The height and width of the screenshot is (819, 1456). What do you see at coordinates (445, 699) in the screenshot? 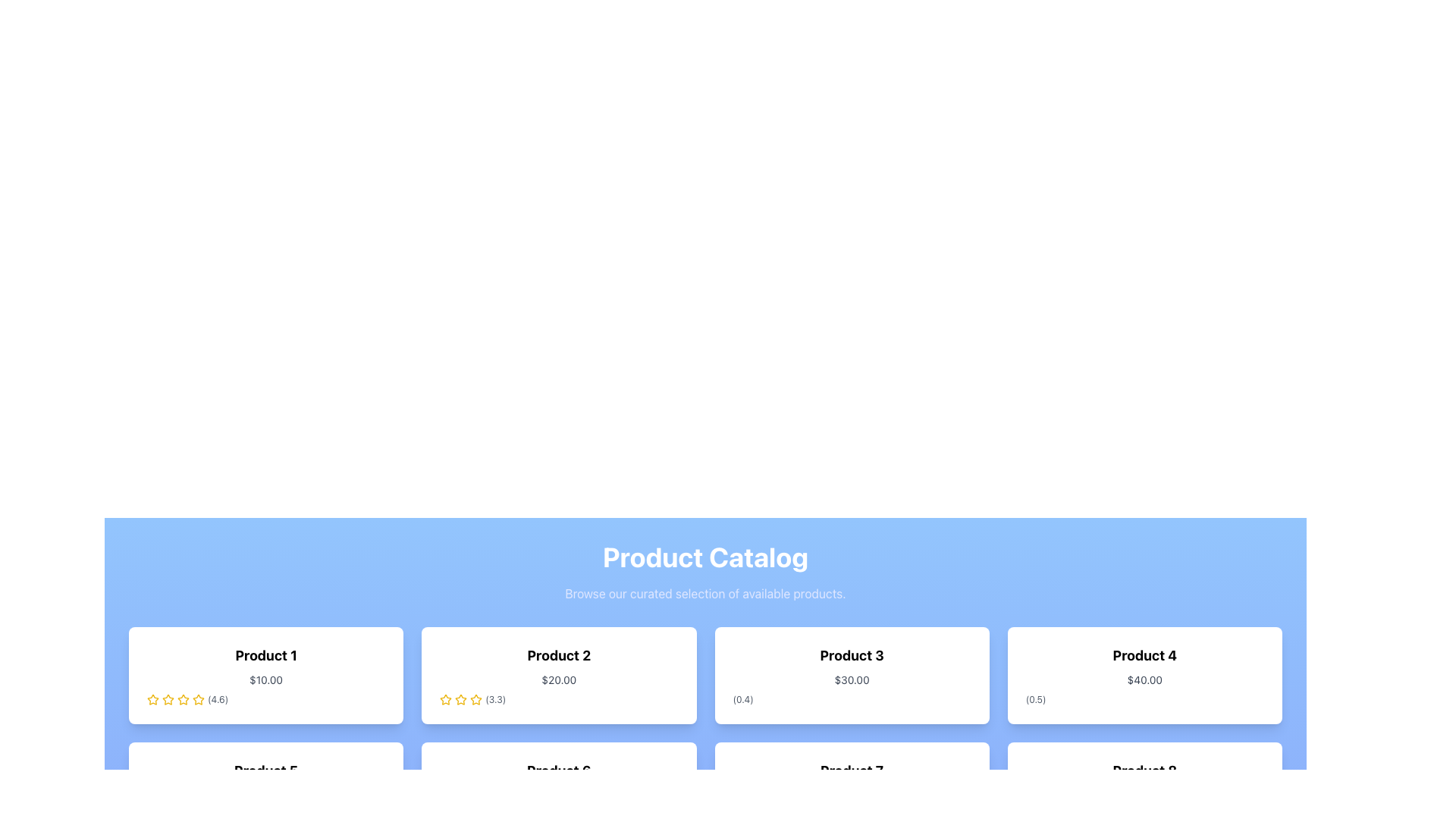
I see `the star icon with a yellow border and transparent center in the rating system for 'Product 2'` at bounding box center [445, 699].